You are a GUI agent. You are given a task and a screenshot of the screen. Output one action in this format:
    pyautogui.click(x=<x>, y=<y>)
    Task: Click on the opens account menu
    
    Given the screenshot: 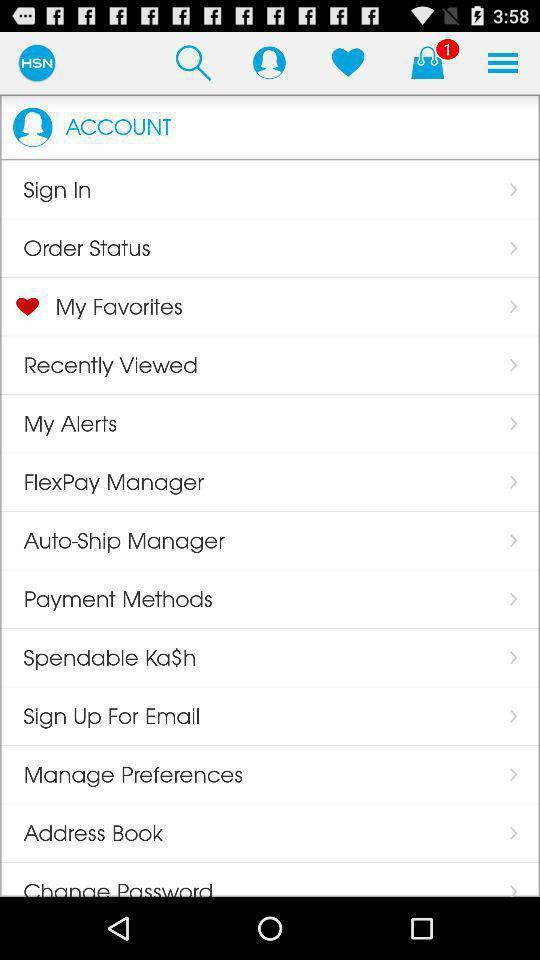 What is the action you would take?
    pyautogui.click(x=269, y=62)
    